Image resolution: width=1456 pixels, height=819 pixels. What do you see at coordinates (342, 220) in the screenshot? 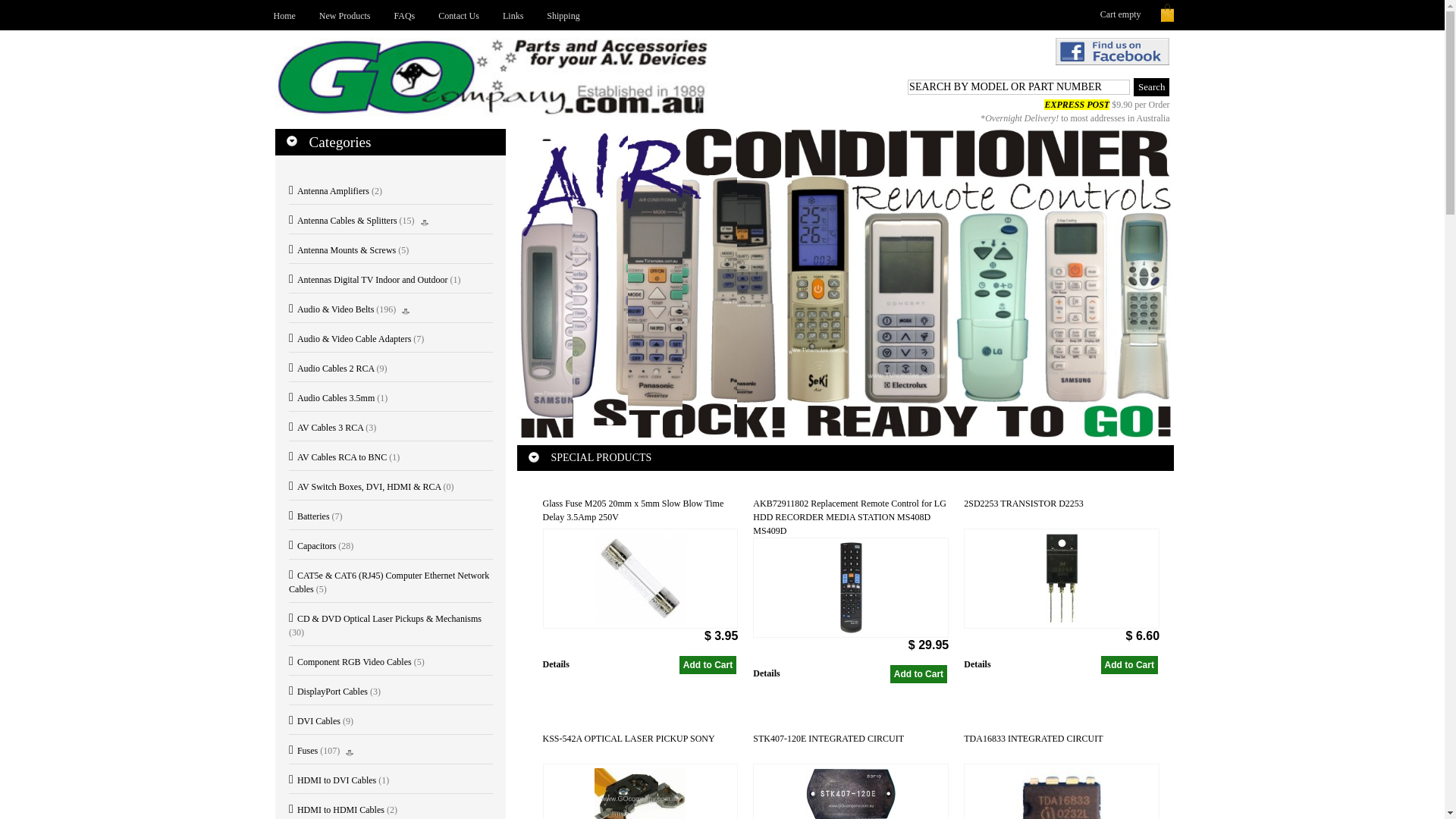
I see `'Antenna Cables & Splitters'` at bounding box center [342, 220].